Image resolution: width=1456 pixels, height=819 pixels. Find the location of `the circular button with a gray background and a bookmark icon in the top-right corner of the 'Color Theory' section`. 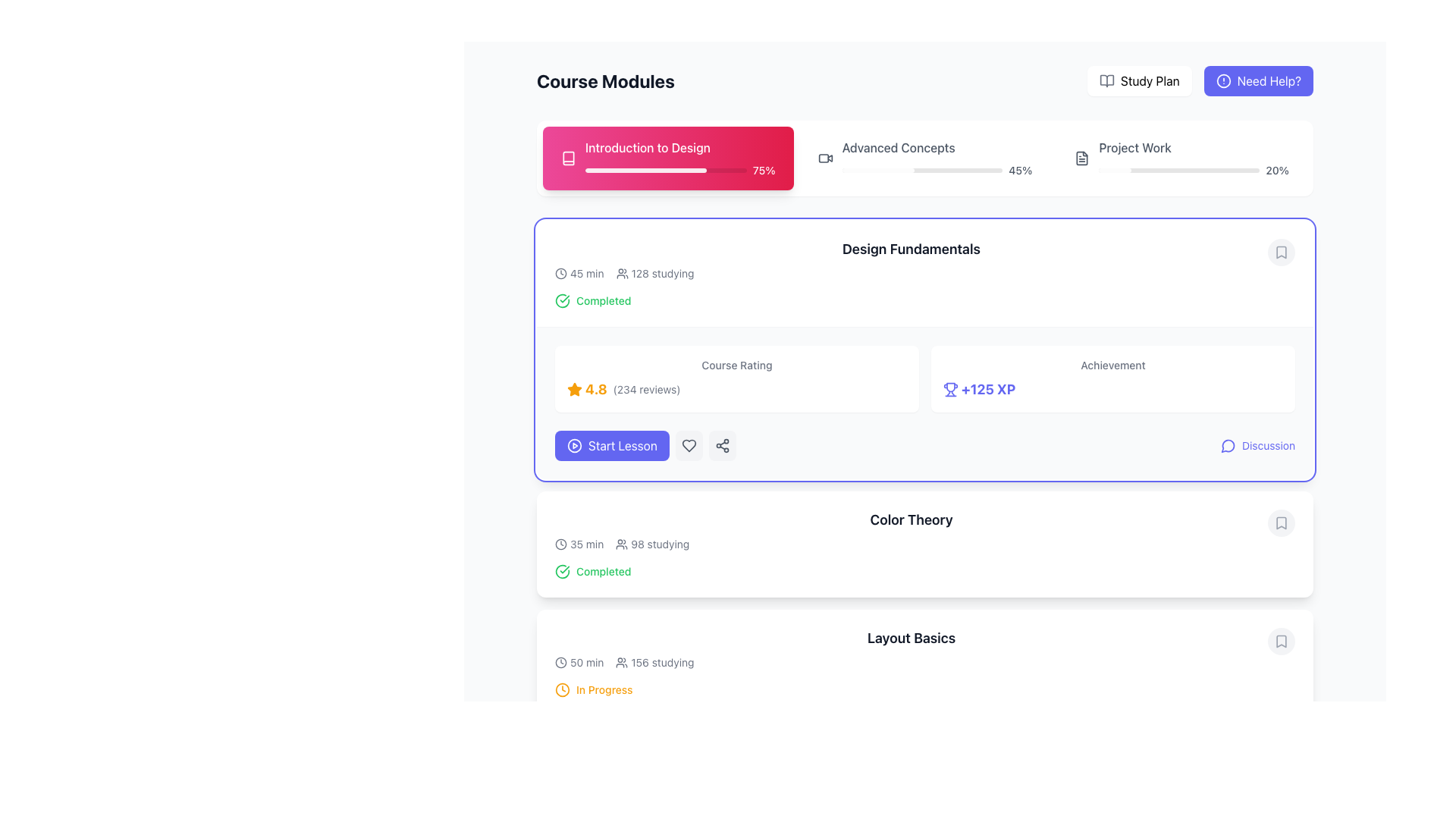

the circular button with a gray background and a bookmark icon in the top-right corner of the 'Color Theory' section is located at coordinates (1280, 522).